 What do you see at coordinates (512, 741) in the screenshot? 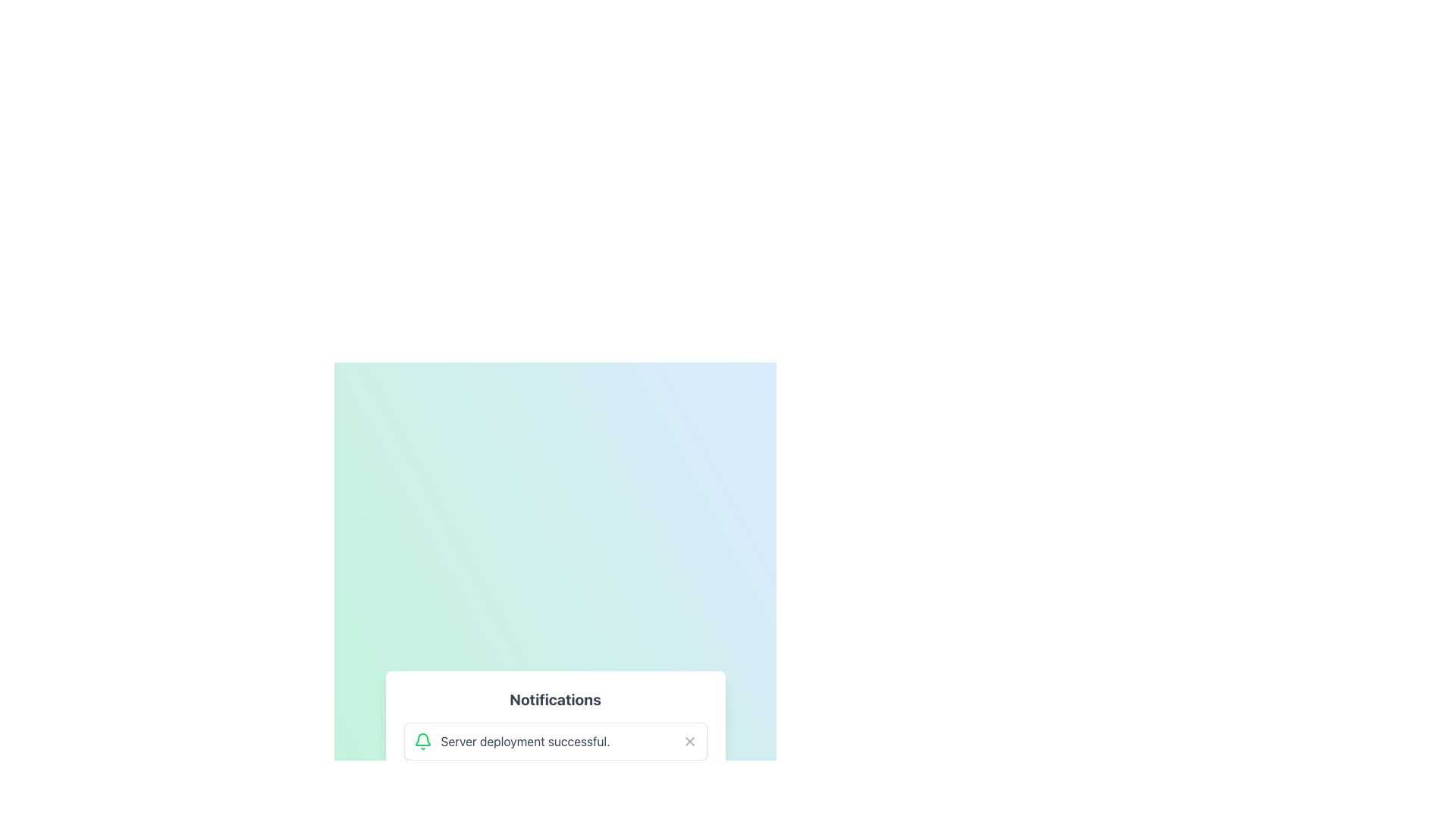
I see `the notification message that reads 'Server deployment successful.' which is accompanied by a green bell icon, located at the bottom center of the interface` at bounding box center [512, 741].